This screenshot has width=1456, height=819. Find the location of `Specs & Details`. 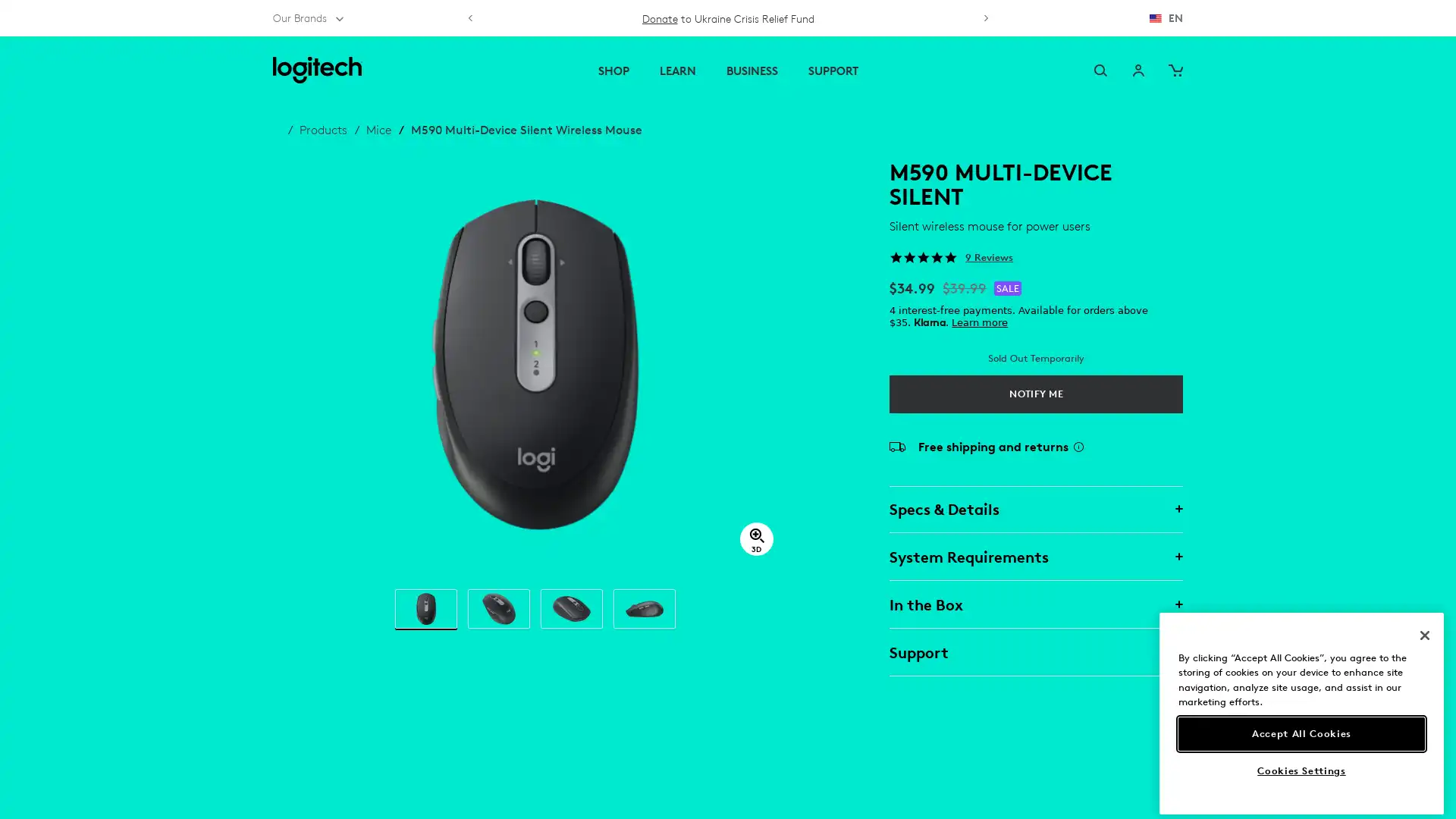

Specs & Details is located at coordinates (1035, 509).